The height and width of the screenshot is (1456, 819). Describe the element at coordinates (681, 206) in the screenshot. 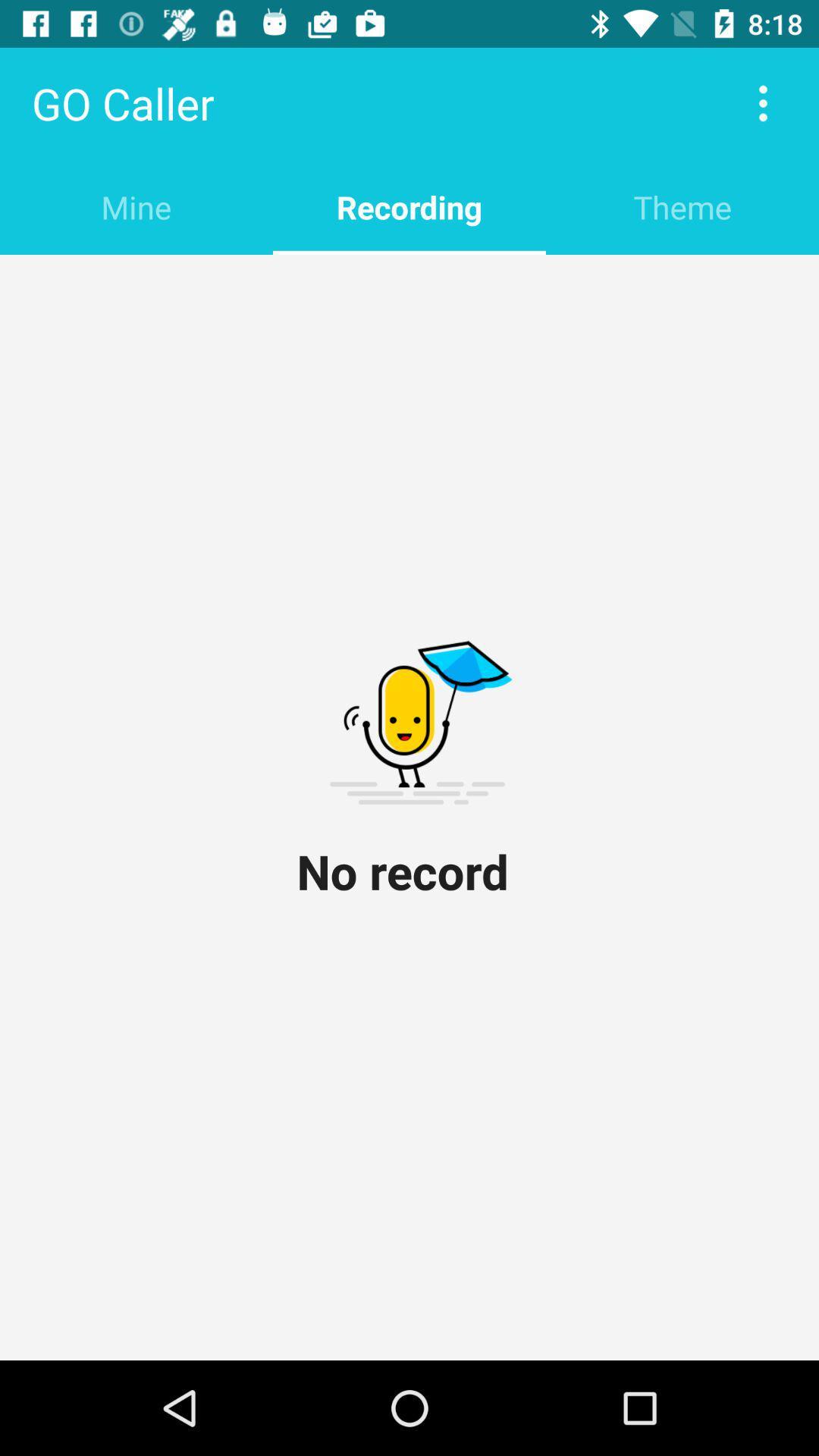

I see `the icon next to the recording item` at that location.